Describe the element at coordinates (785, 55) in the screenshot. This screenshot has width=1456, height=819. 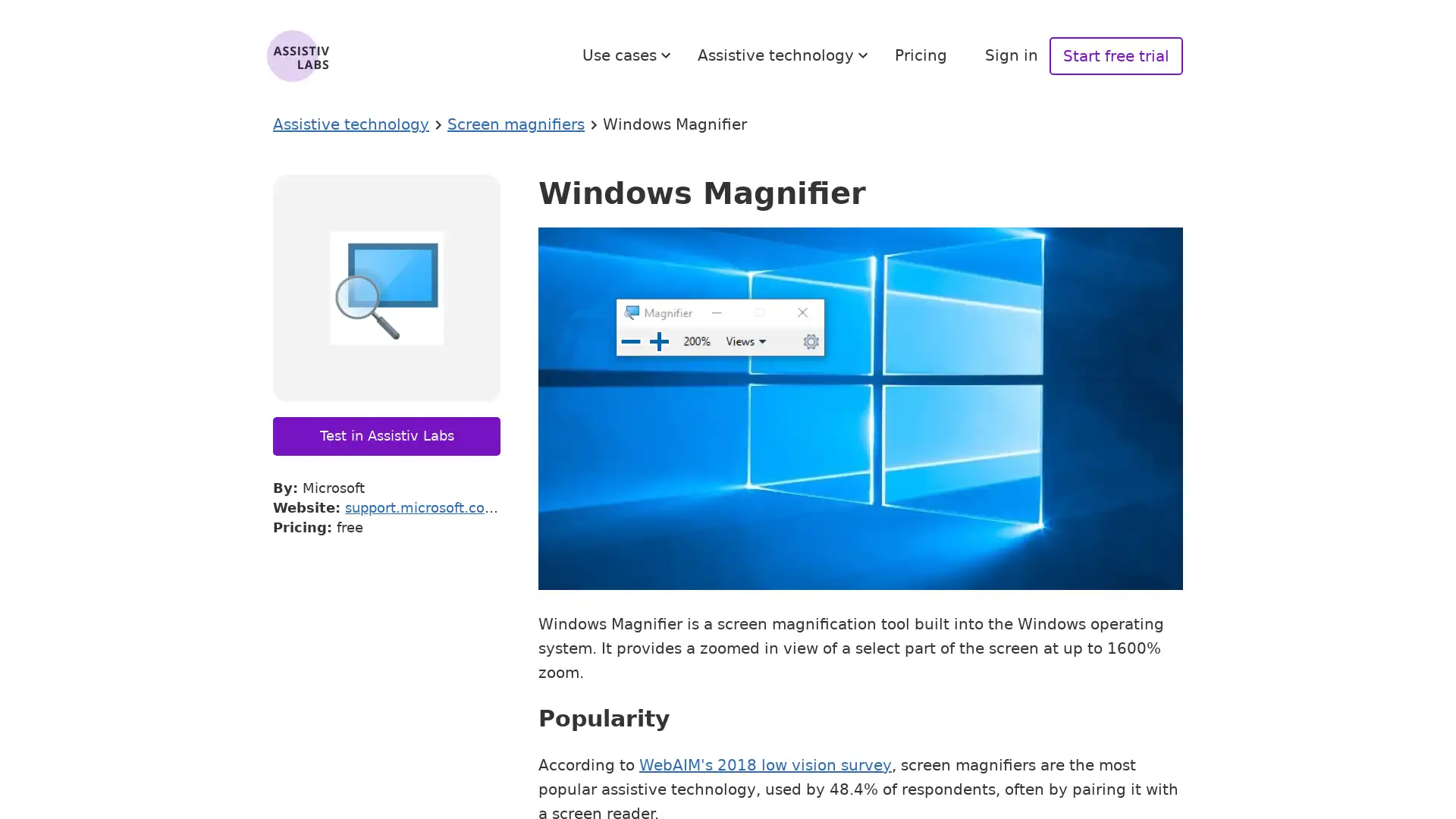
I see `Assistive technology` at that location.